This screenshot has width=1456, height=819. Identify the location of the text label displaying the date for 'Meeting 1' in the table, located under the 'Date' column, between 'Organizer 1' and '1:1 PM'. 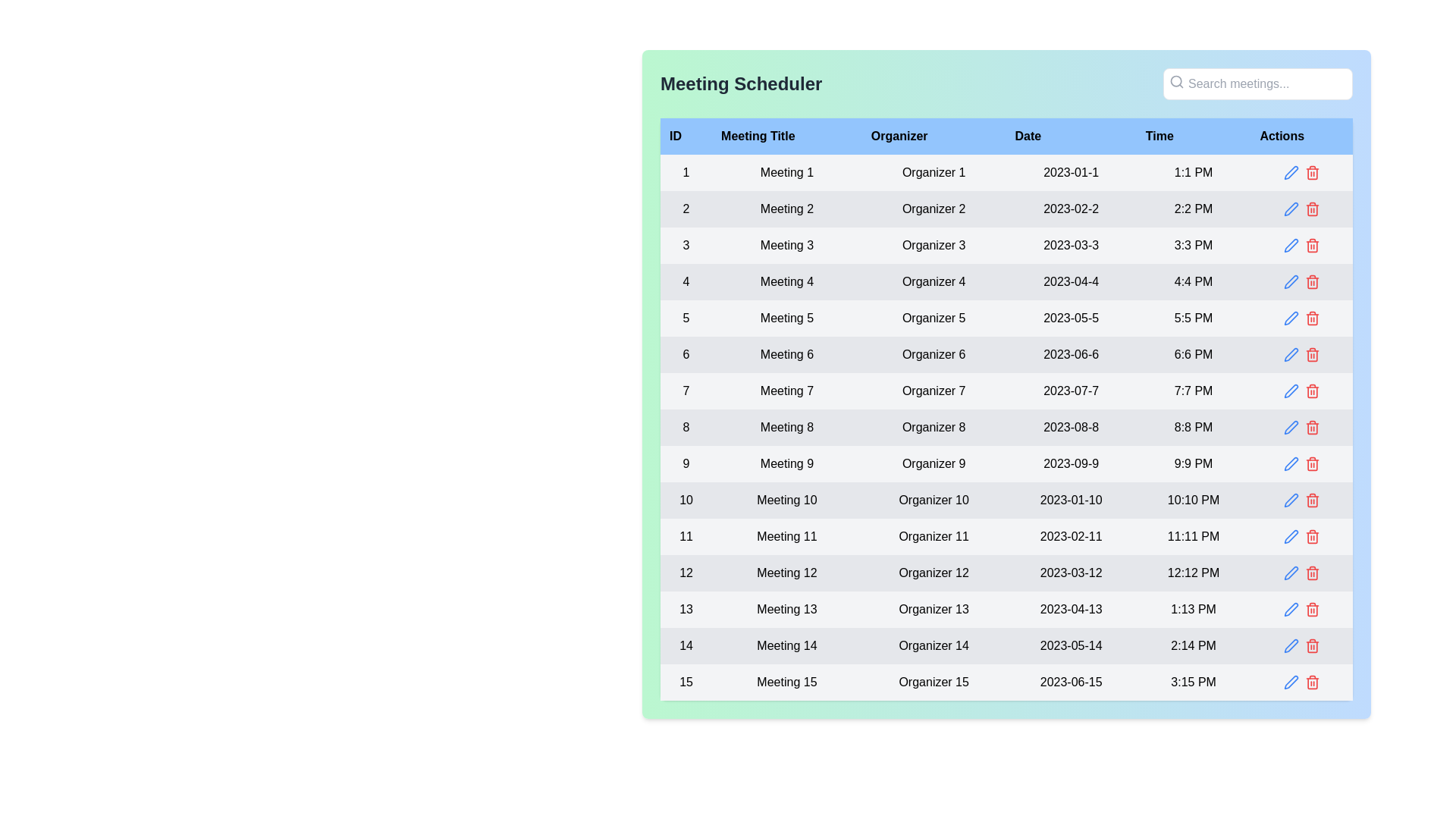
(1070, 171).